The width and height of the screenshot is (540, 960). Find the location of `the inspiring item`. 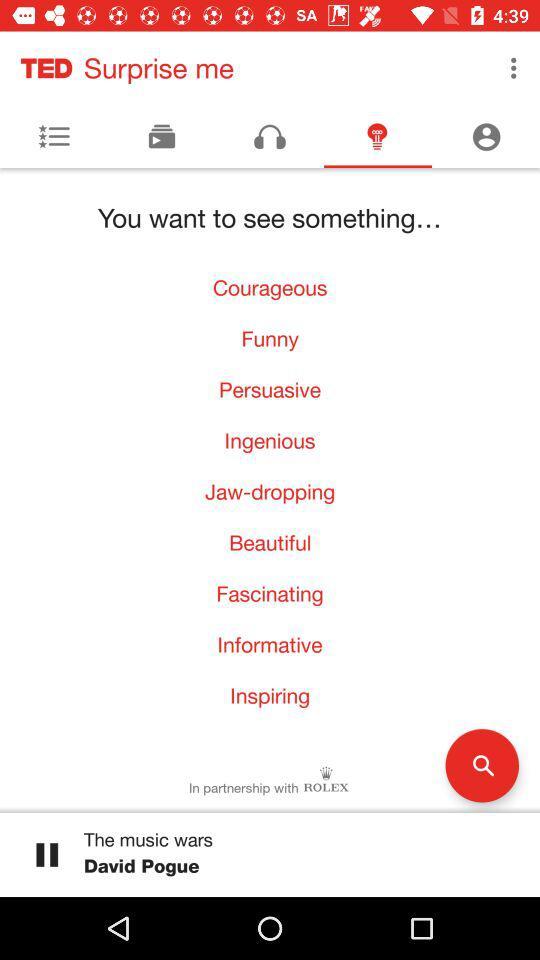

the inspiring item is located at coordinates (270, 695).